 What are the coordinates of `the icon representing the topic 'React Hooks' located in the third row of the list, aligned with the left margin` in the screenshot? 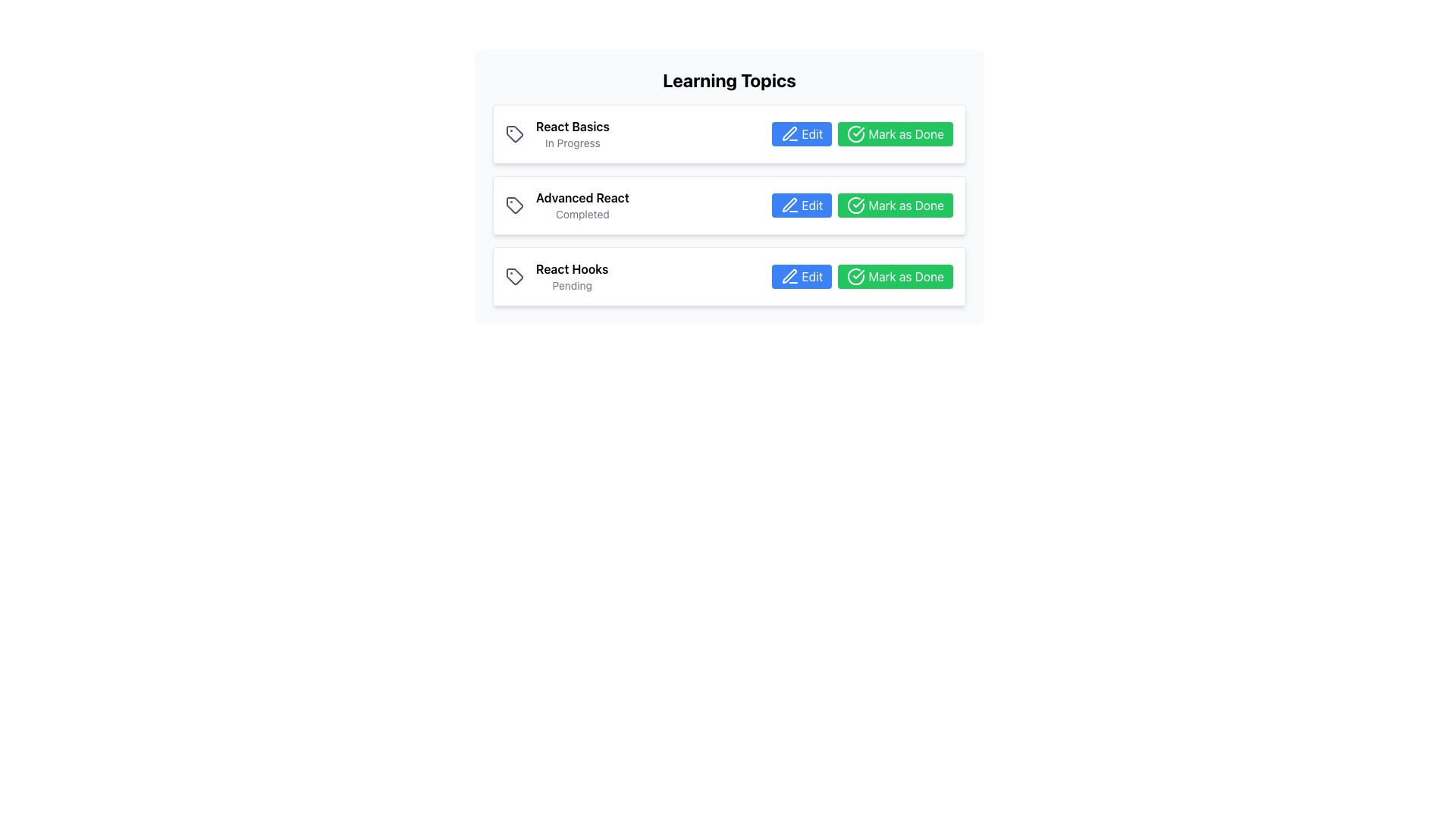 It's located at (514, 277).